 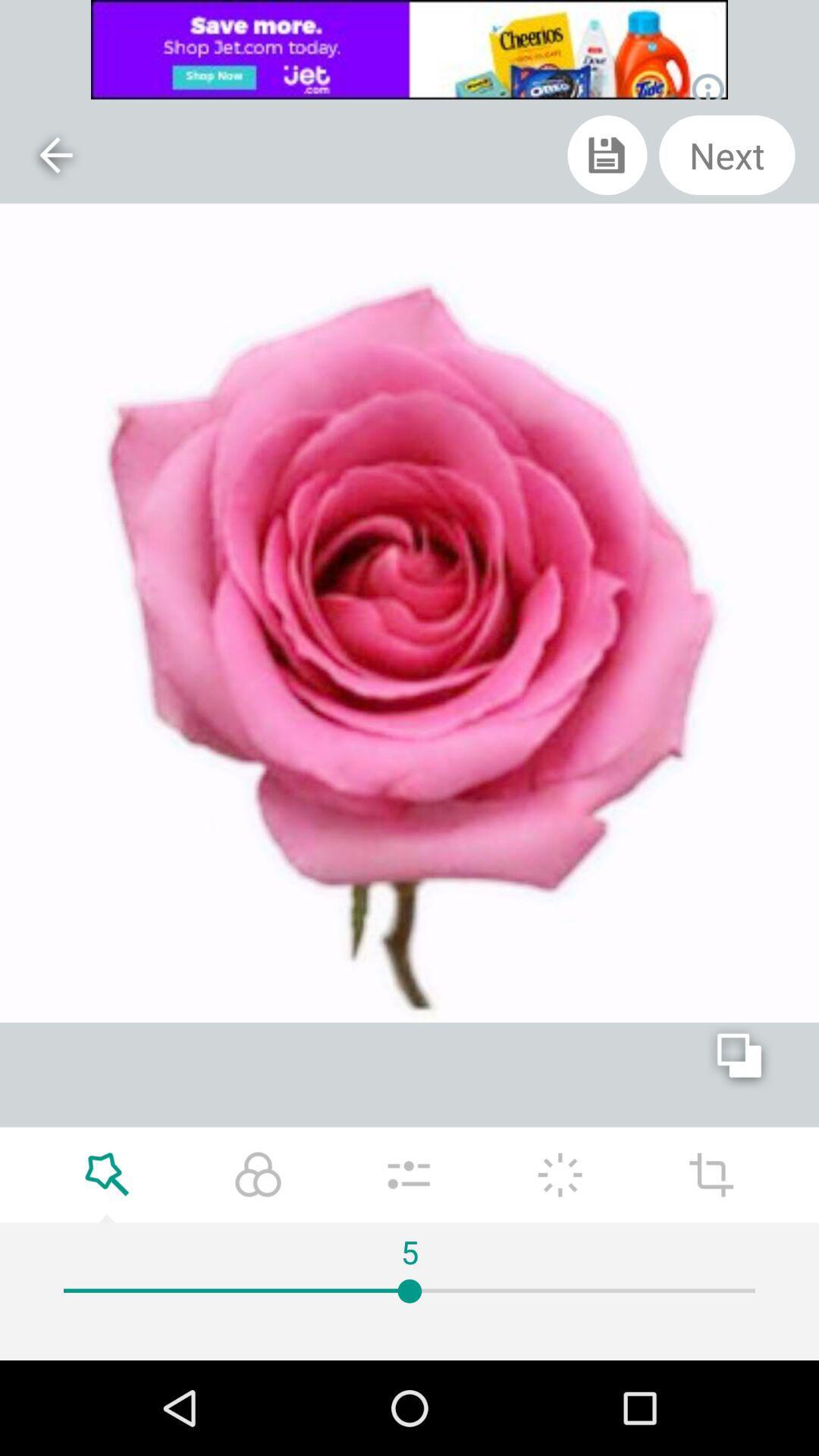 What do you see at coordinates (106, 1174) in the screenshot?
I see `zoom in to picture` at bounding box center [106, 1174].